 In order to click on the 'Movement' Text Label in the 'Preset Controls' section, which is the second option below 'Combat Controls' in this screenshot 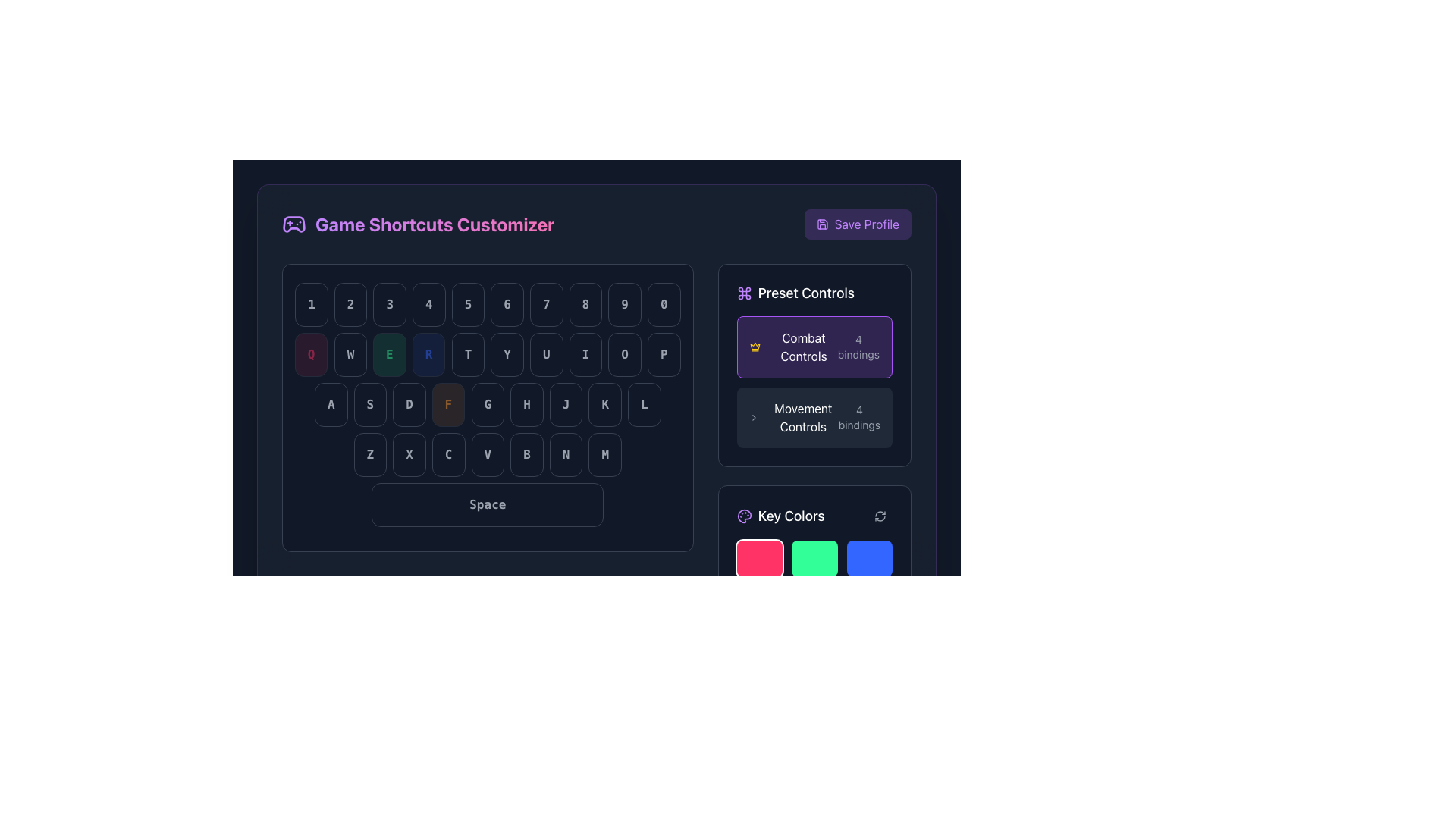, I will do `click(802, 418)`.